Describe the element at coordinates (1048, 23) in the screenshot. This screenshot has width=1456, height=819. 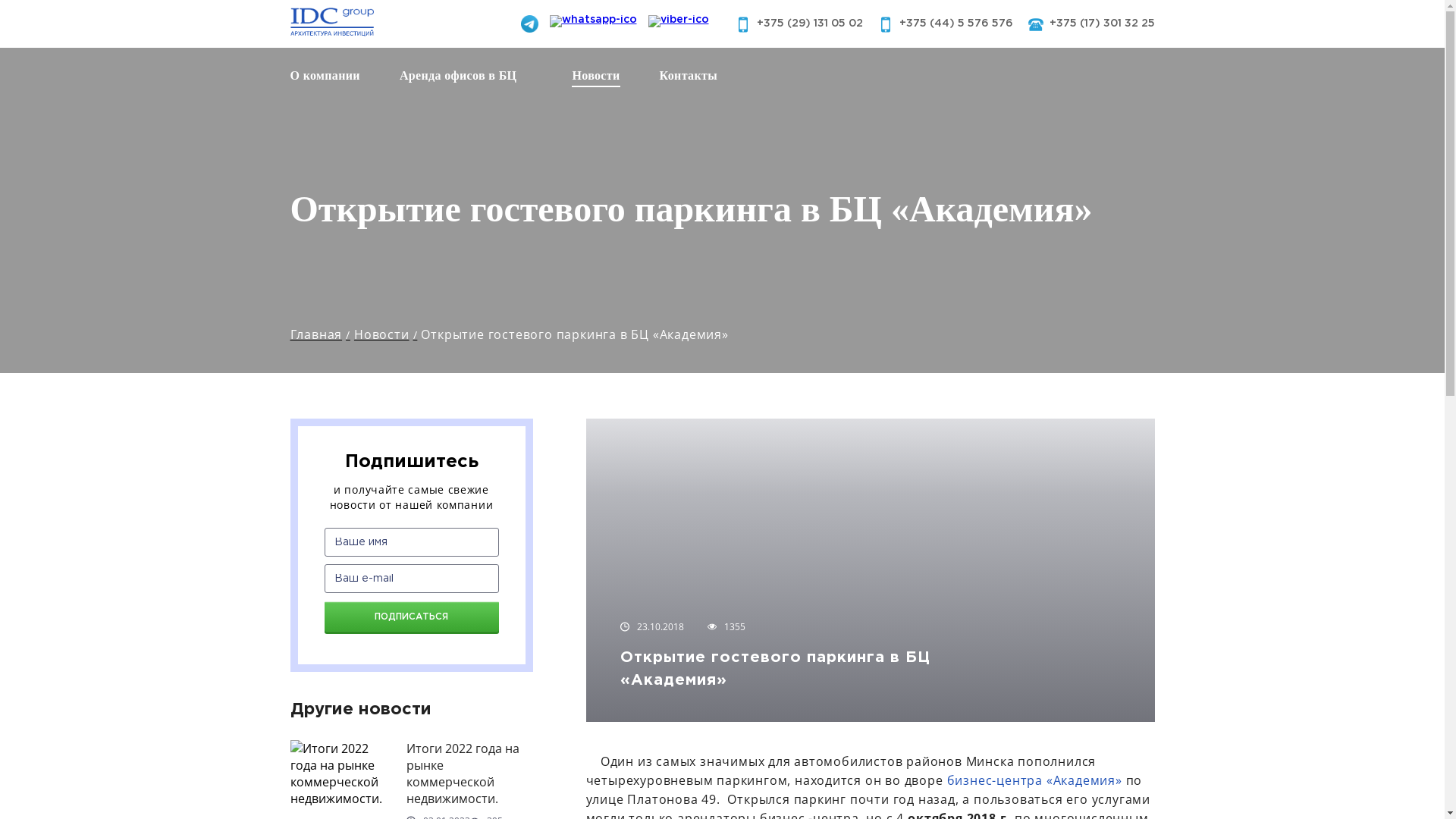
I see `'+375 (17) 301 32 25'` at that location.